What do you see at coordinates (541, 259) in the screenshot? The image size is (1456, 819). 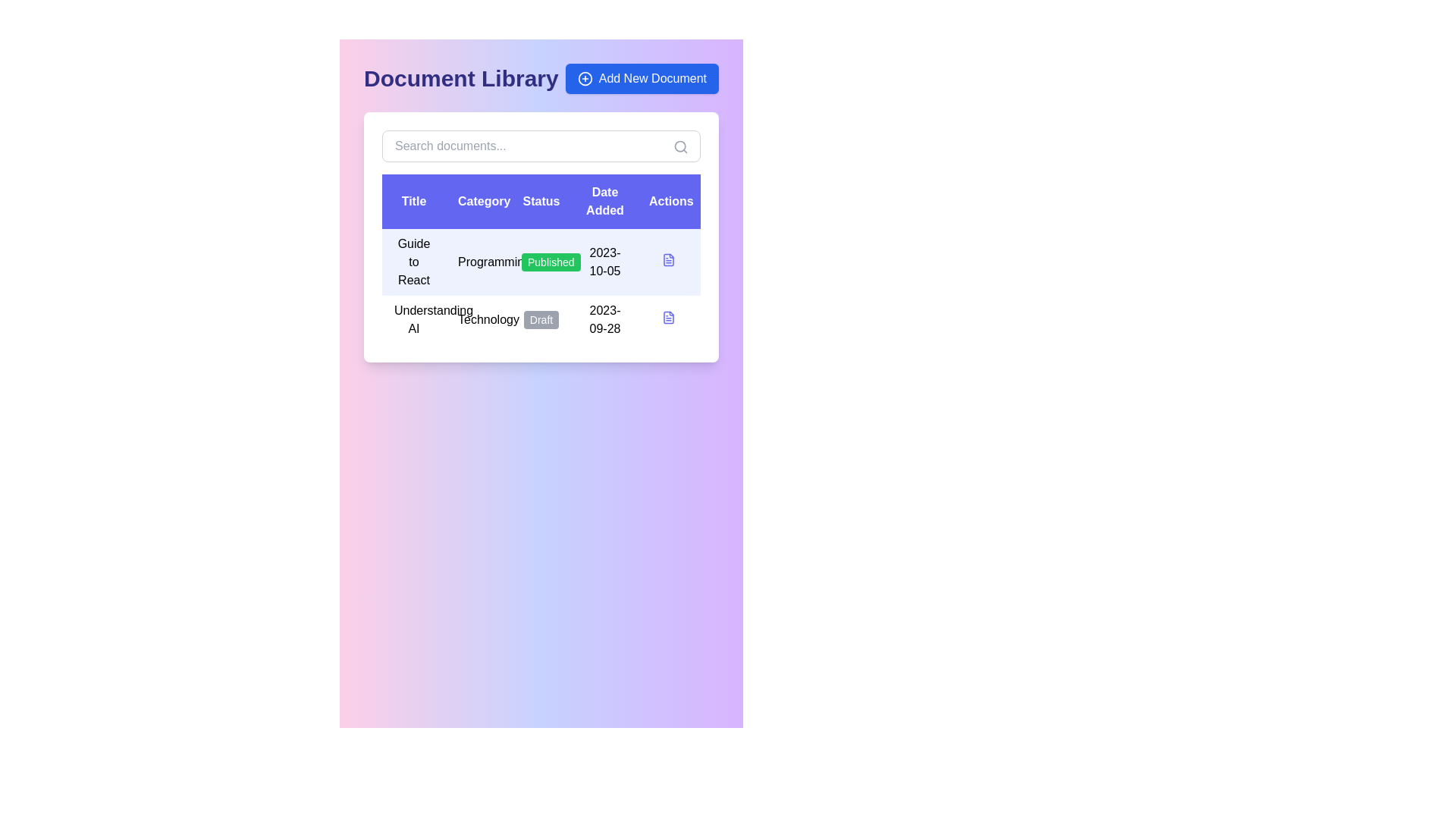 I see `data content from the centrally located table that displays documents, including title, category, publication status, date added, and available actions` at bounding box center [541, 259].